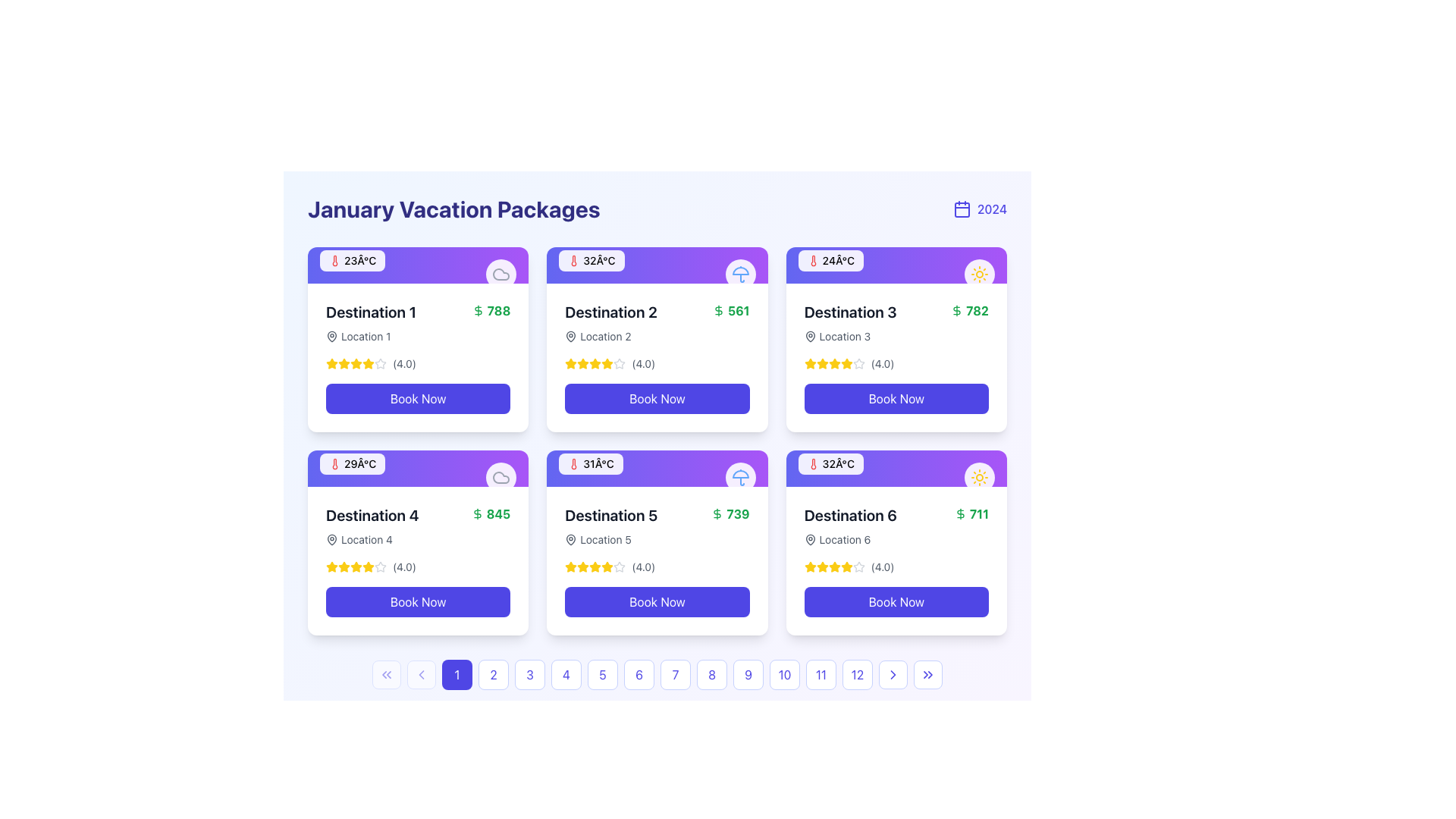  I want to click on the tenth pagination button located at the bottom center of the interface, so click(785, 674).